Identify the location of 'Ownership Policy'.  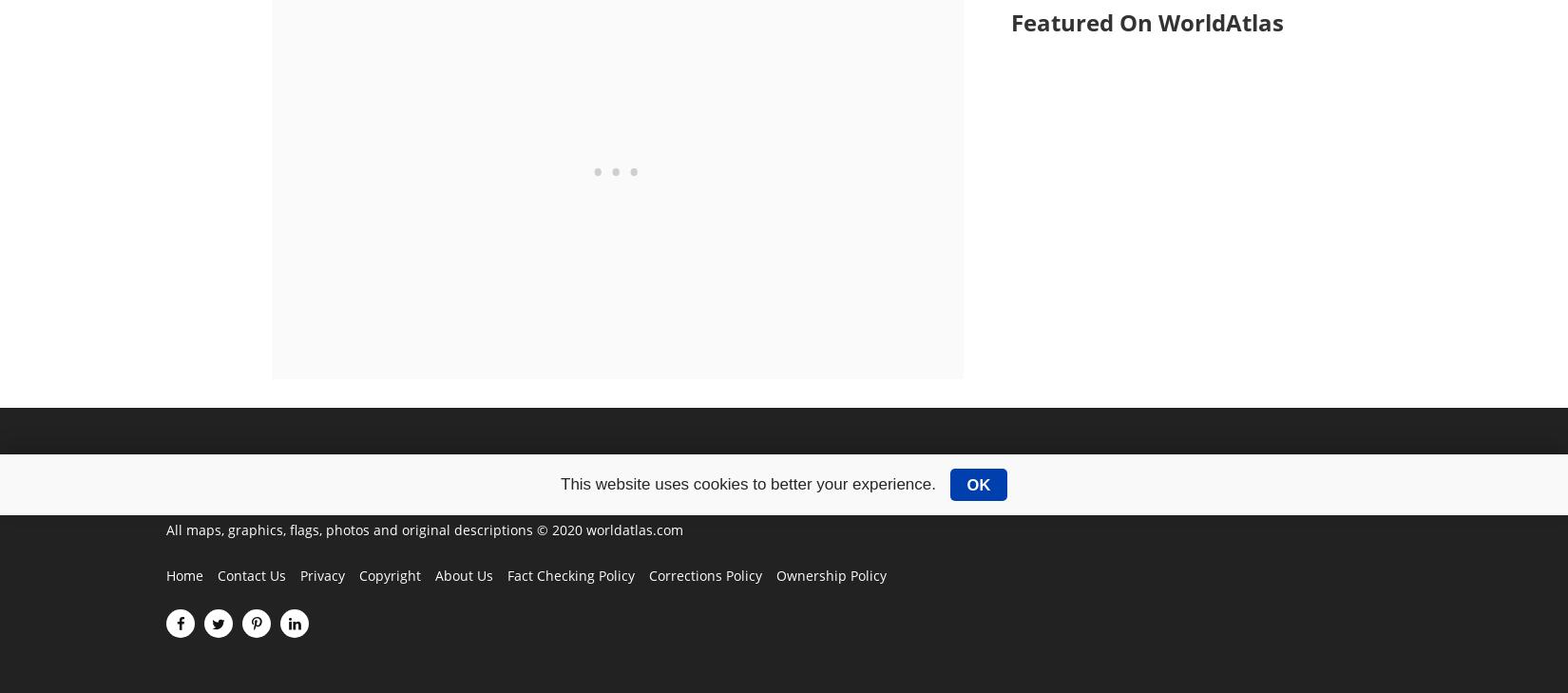
(831, 574).